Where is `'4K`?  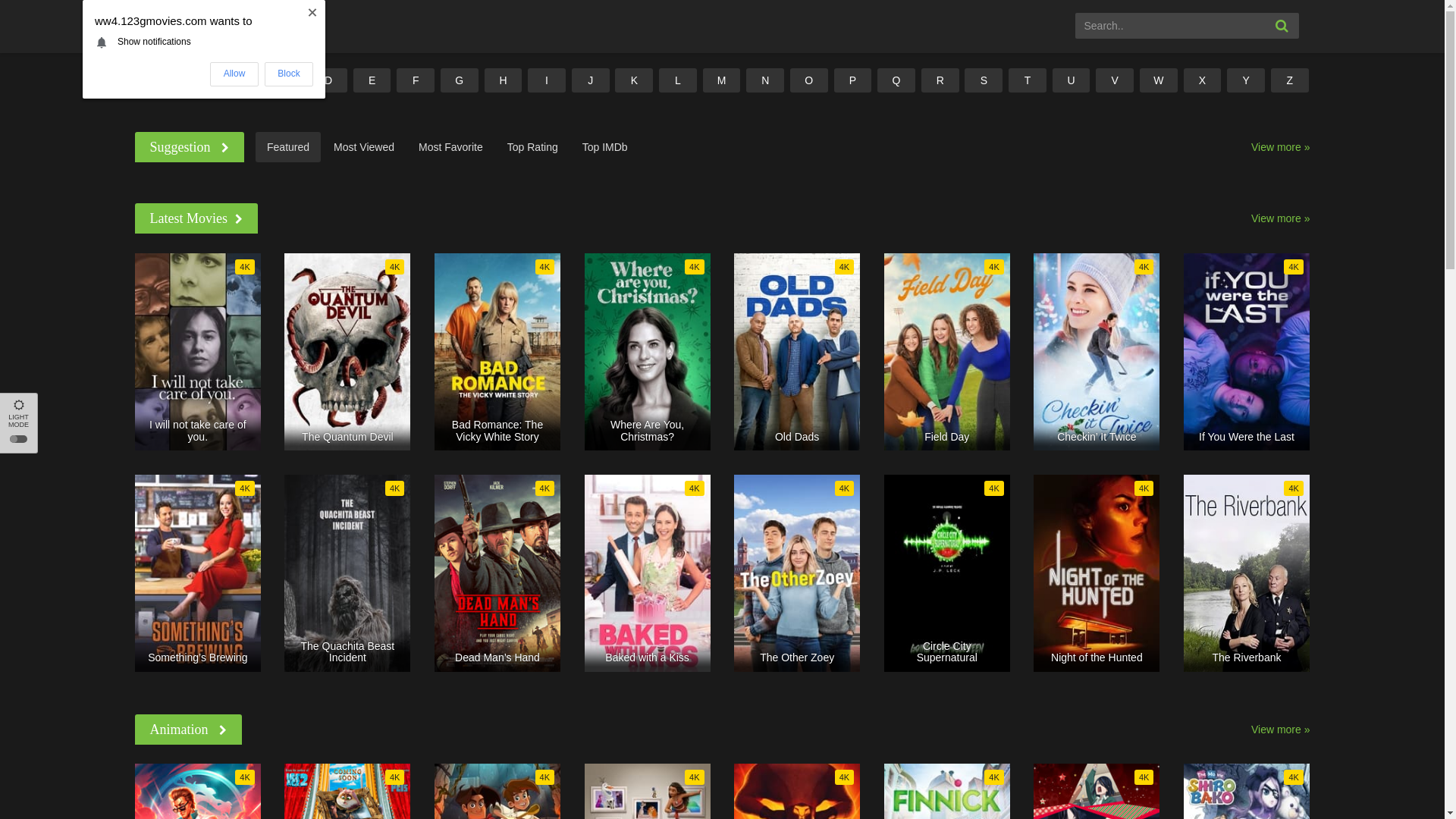 '4K is located at coordinates (946, 351).